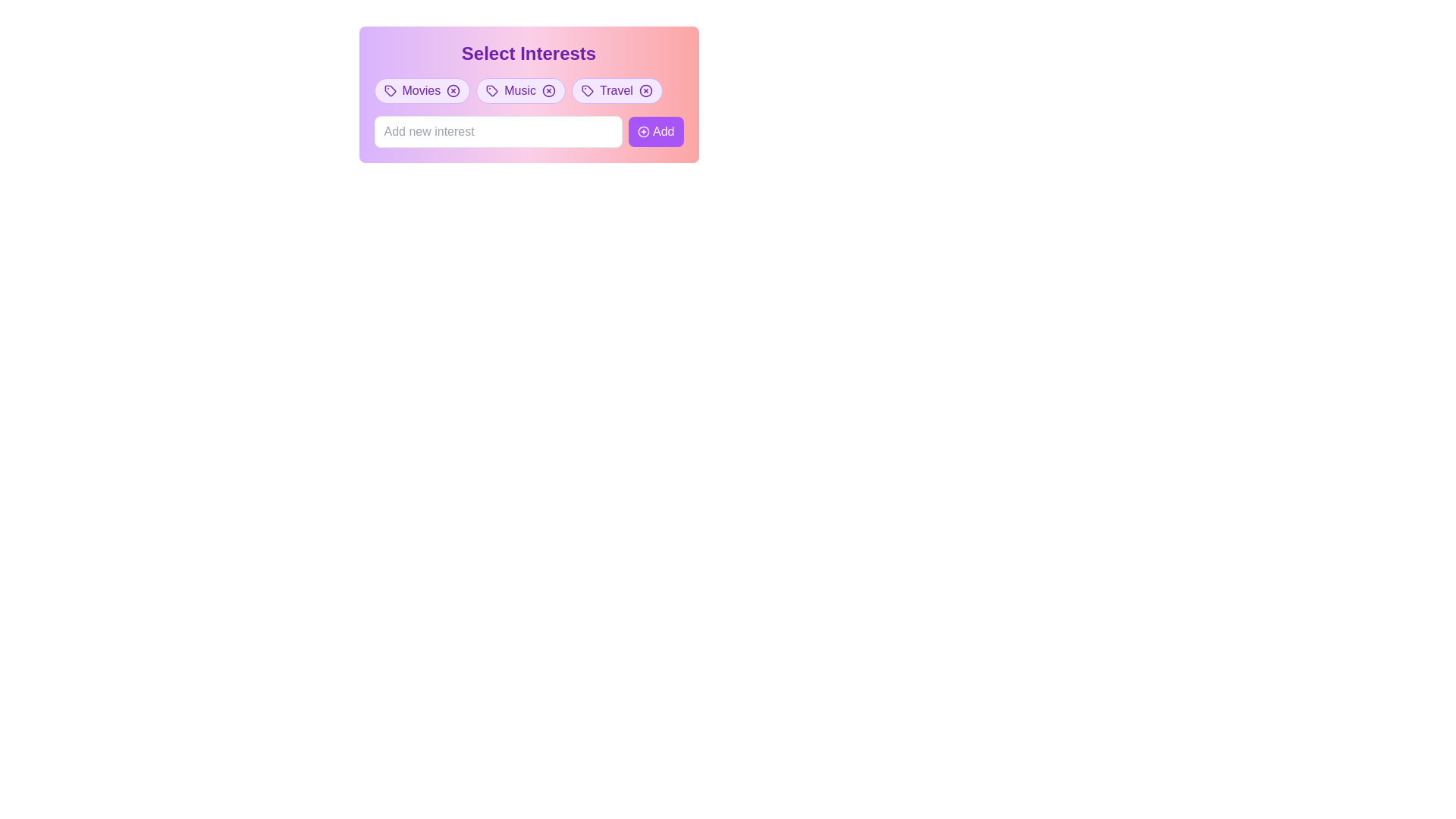 The height and width of the screenshot is (819, 1456). Describe the element at coordinates (616, 90) in the screenshot. I see `the 'Travel' text label which is part of a selectable or removable tag feature, situated between an icon on the left and a close button on the right` at that location.